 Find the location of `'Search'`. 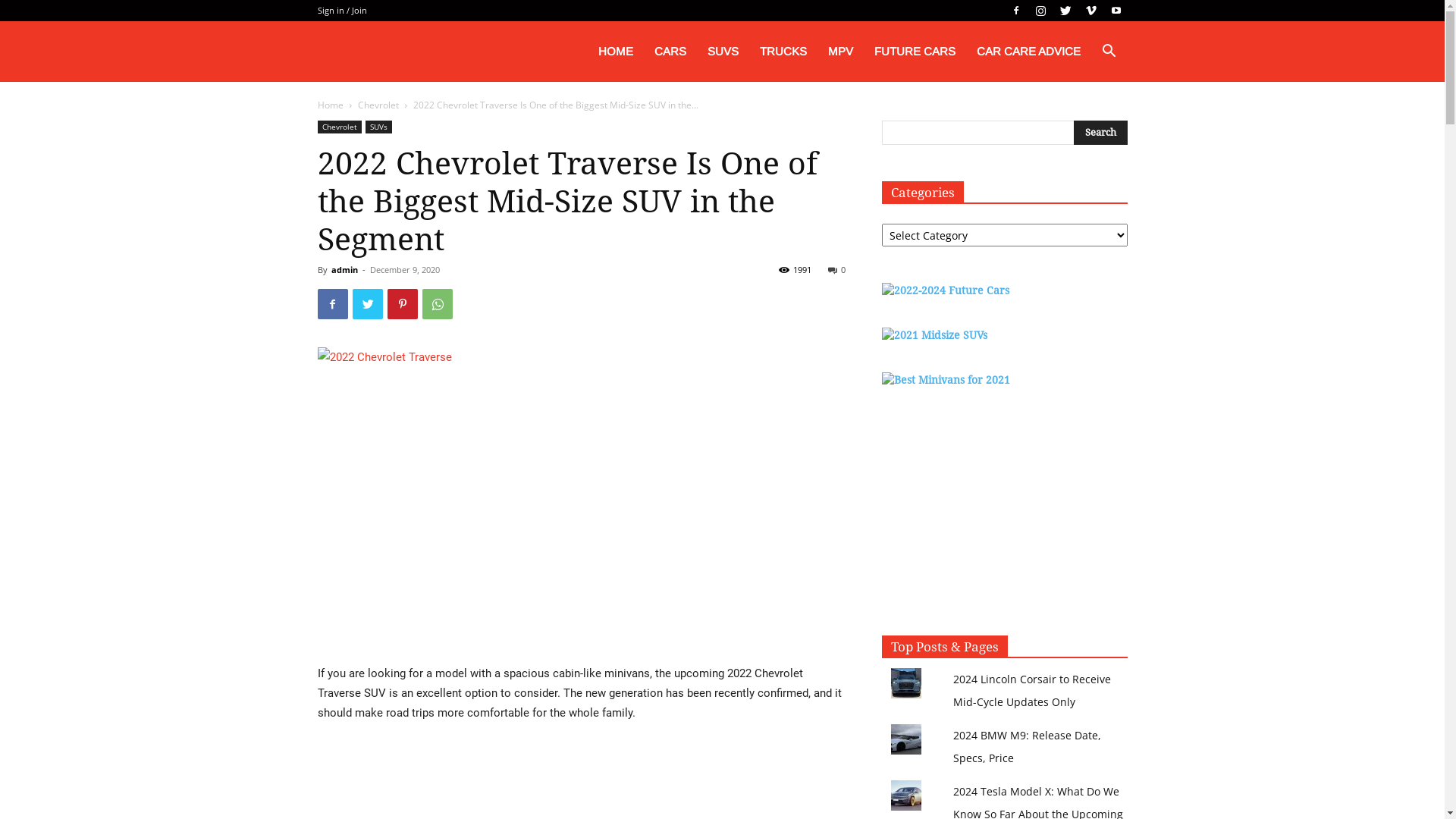

'Search' is located at coordinates (1084, 124).